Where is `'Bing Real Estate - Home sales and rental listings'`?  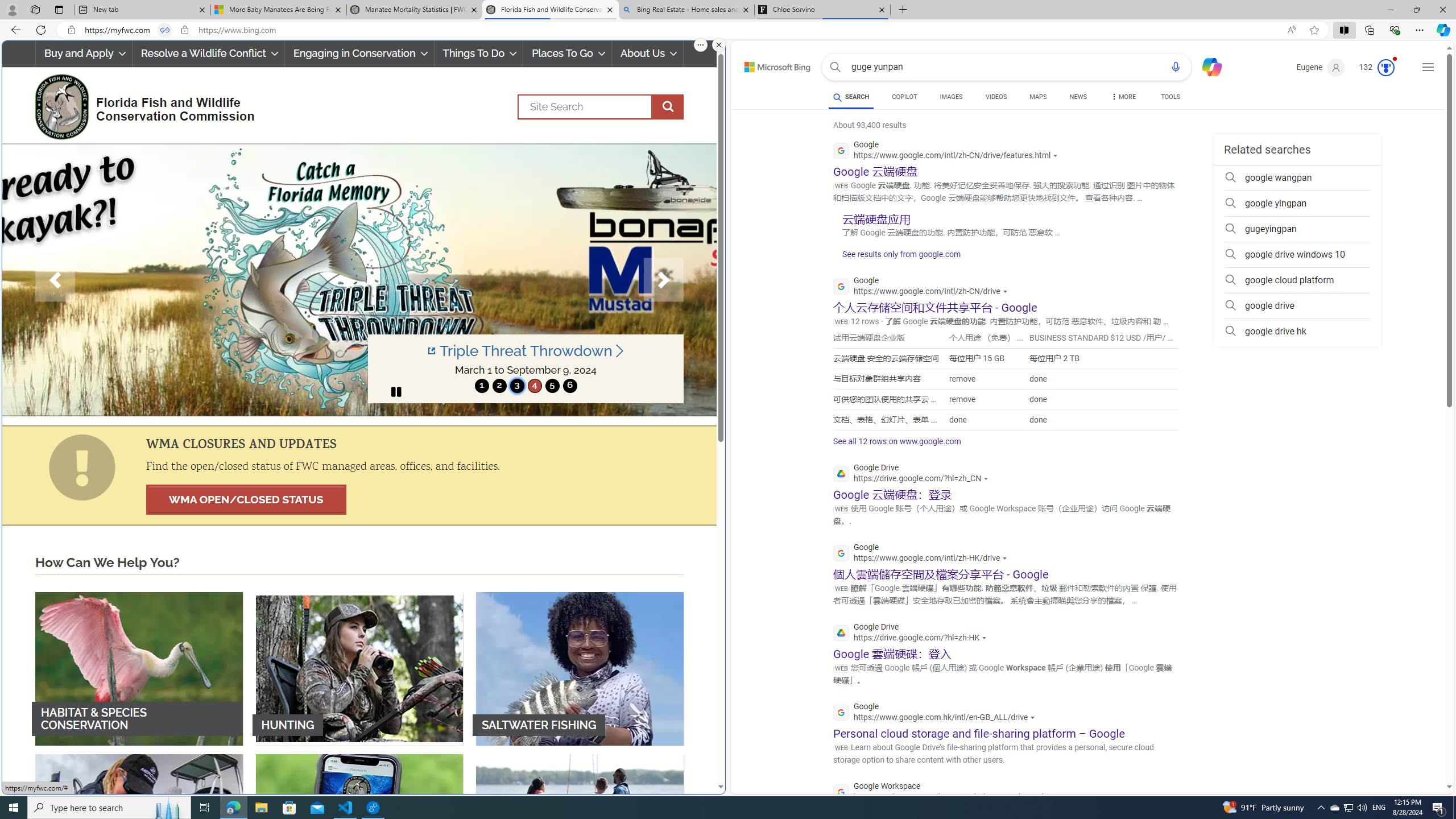 'Bing Real Estate - Home sales and rental listings' is located at coordinates (685, 9).